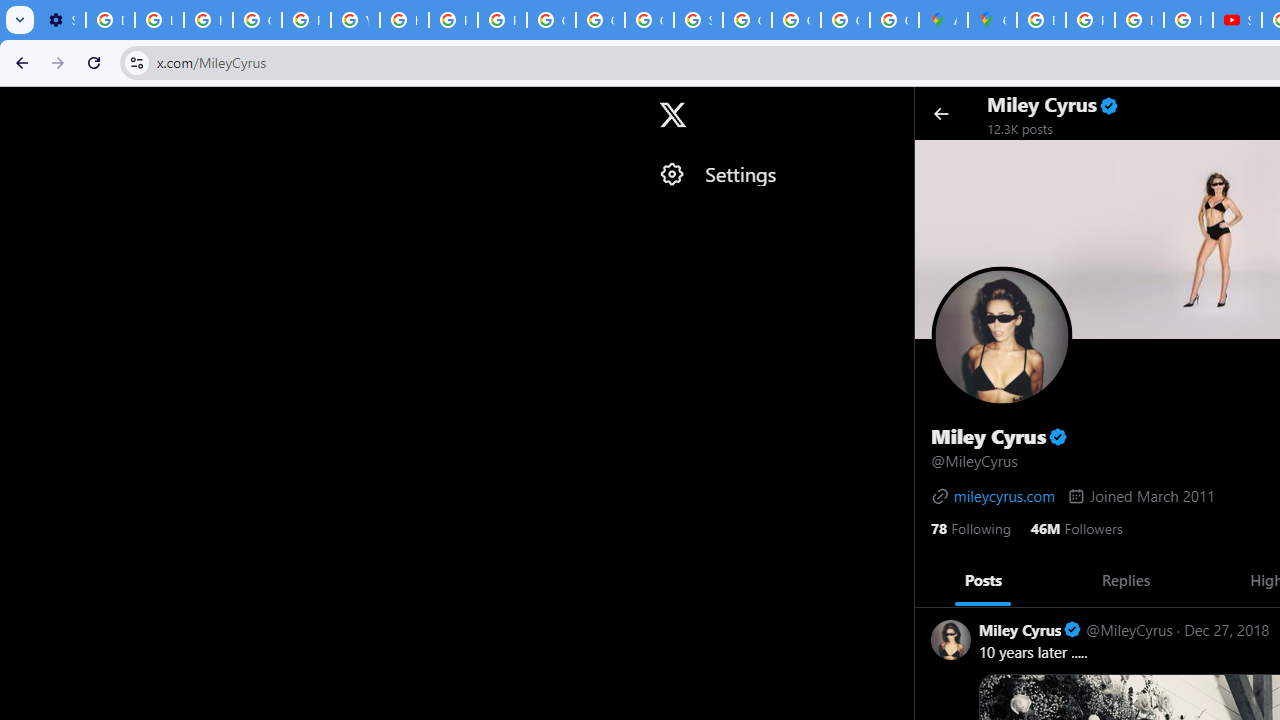 This screenshot has width=1280, height=720. I want to click on 'YouTube', so click(355, 20).